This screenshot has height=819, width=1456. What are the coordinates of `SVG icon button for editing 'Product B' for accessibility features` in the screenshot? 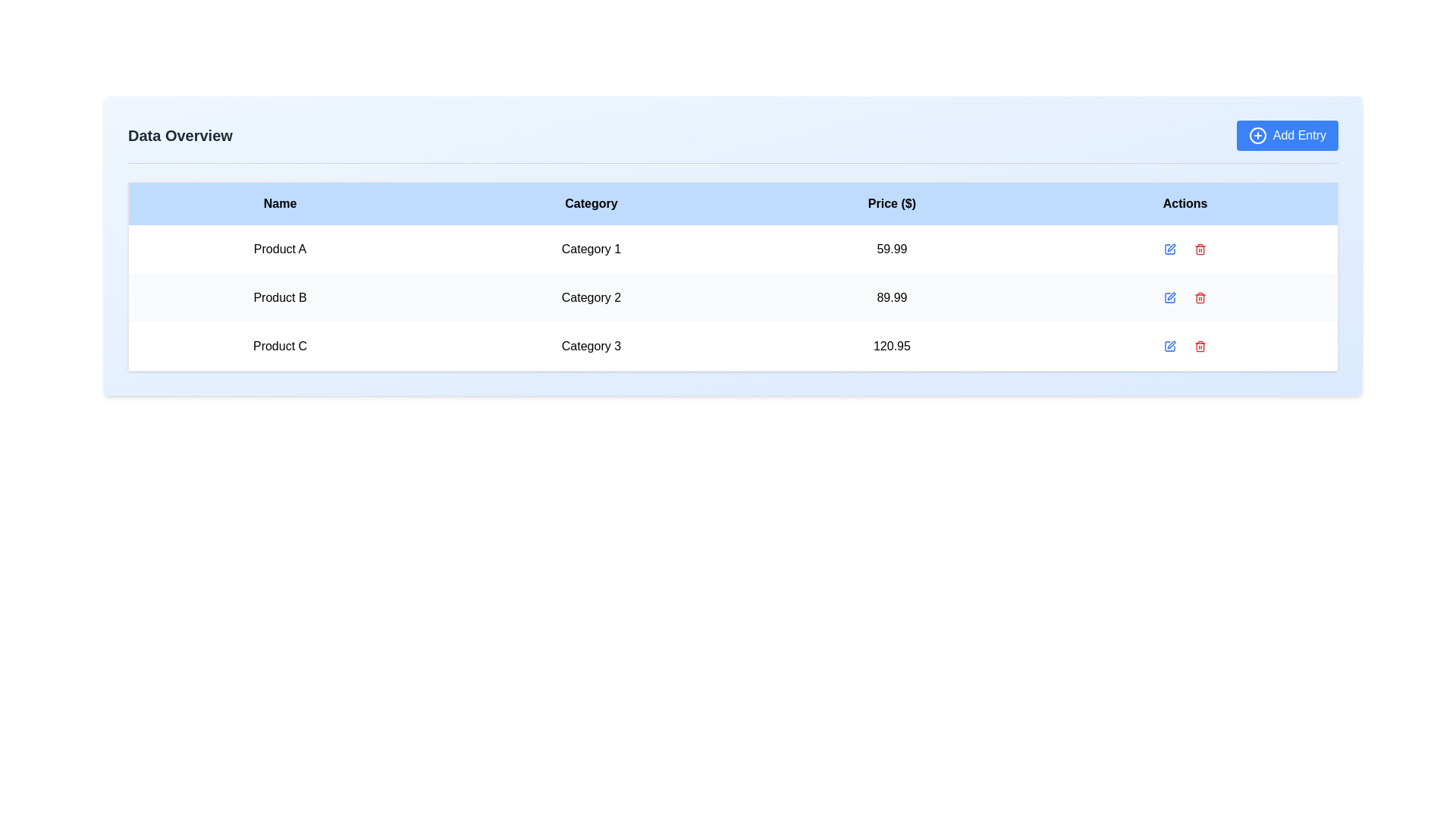 It's located at (1169, 298).